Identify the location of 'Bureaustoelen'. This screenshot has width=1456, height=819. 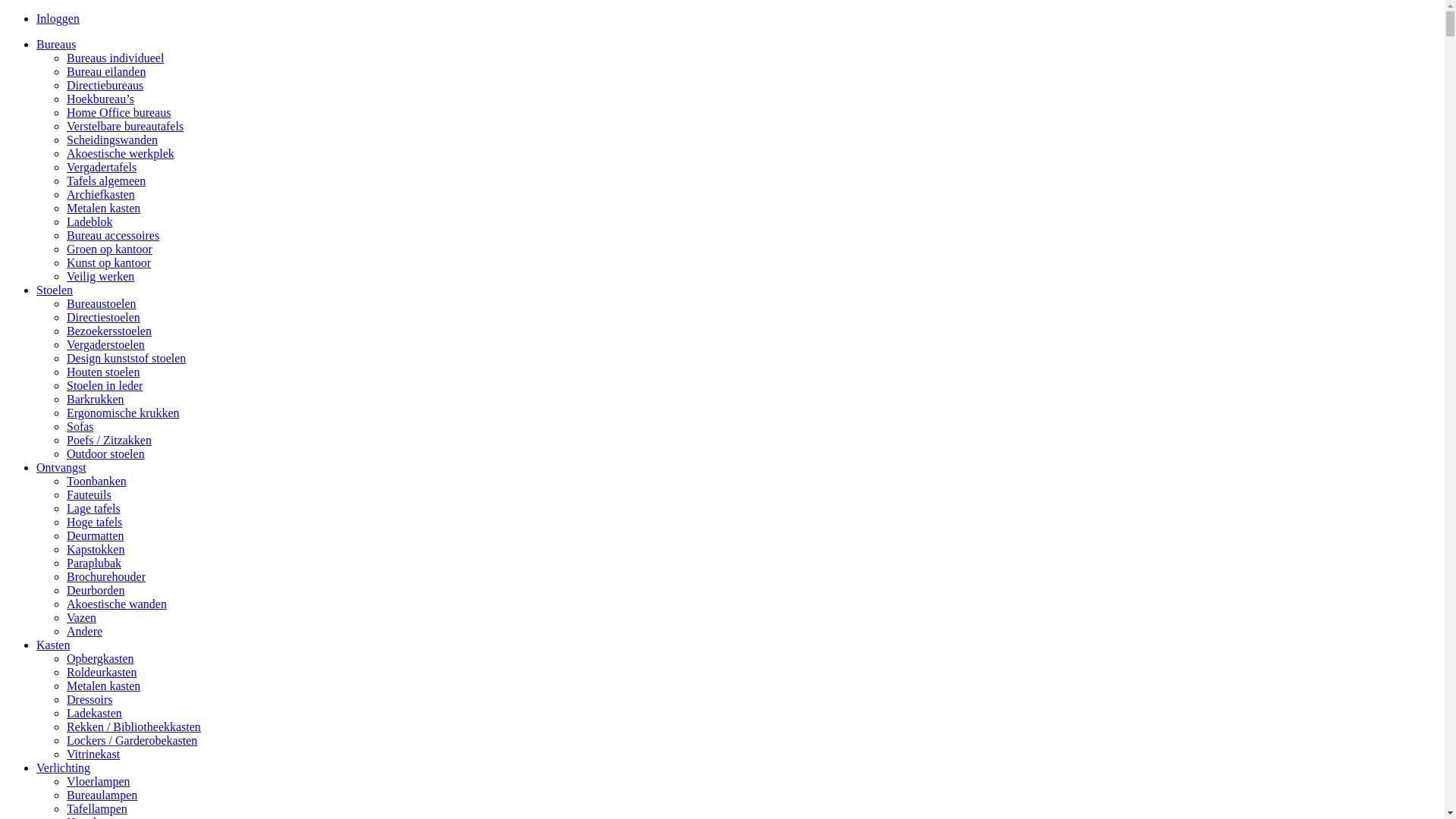
(101, 303).